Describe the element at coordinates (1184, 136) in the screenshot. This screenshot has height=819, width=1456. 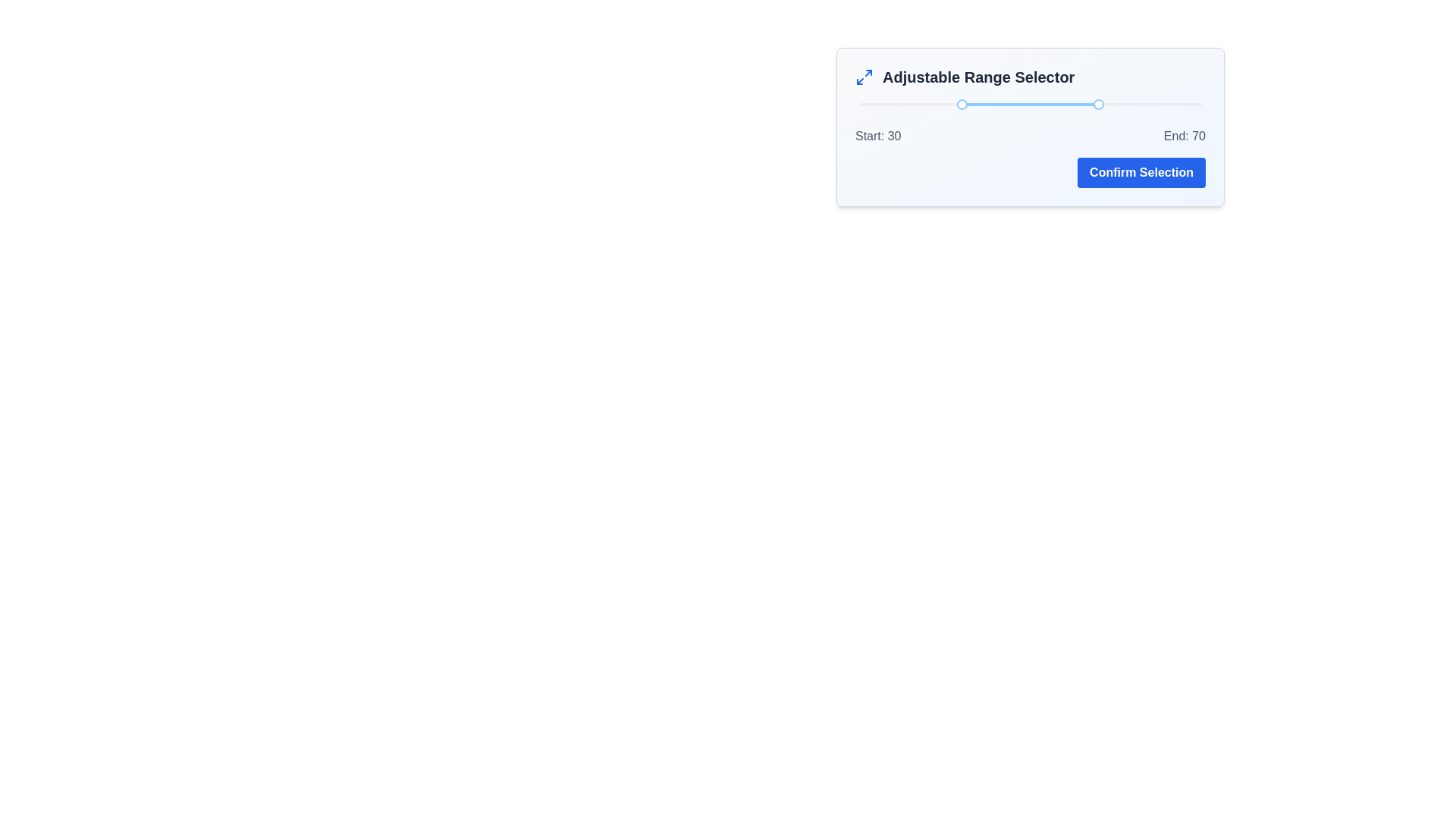
I see `the label indicating the end value of a range slider, positioned to the right of 'Start: 30' text in the top-right quadrant of the card layout` at that location.